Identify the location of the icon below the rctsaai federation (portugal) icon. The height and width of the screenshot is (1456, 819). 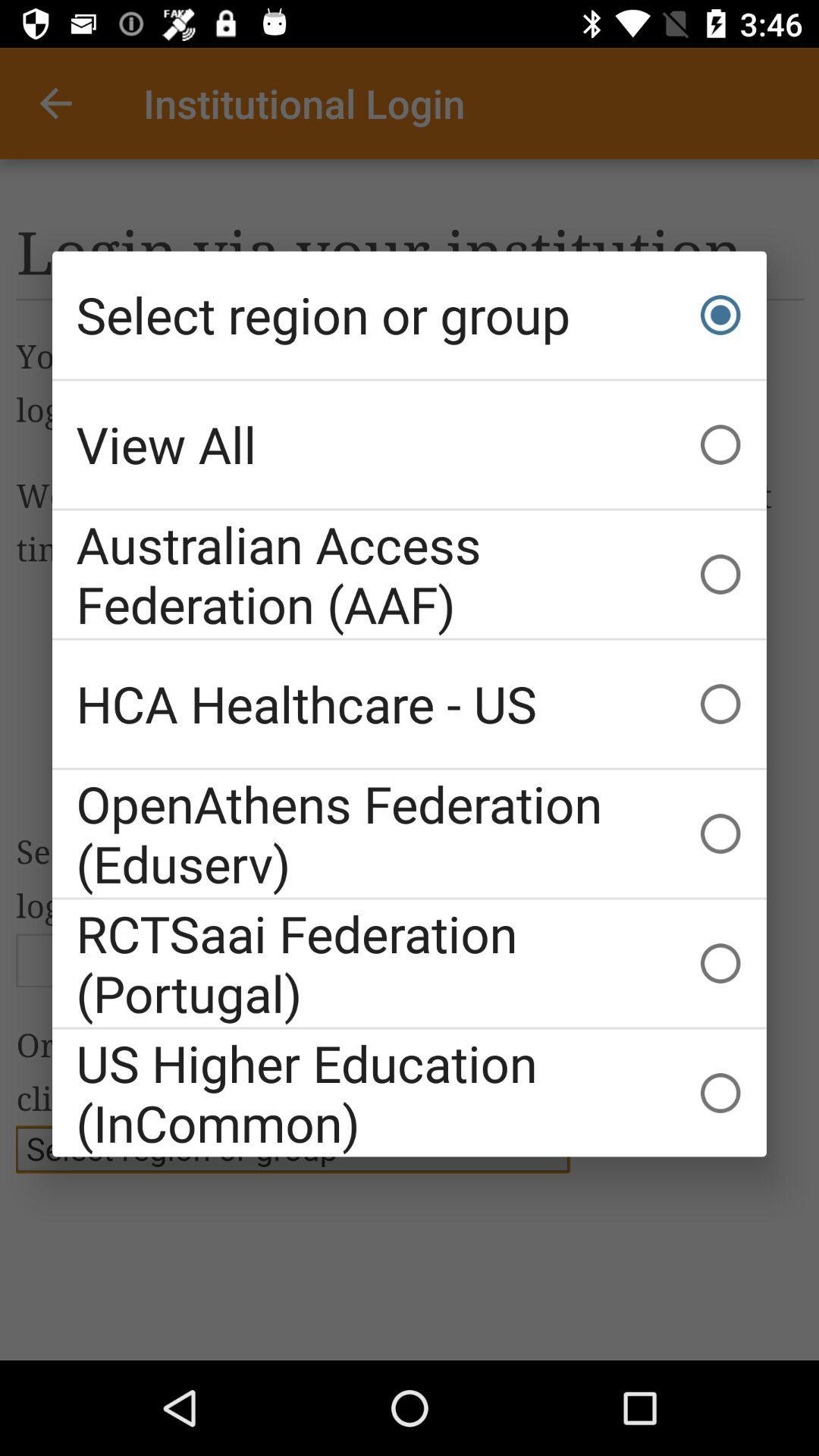
(409, 1093).